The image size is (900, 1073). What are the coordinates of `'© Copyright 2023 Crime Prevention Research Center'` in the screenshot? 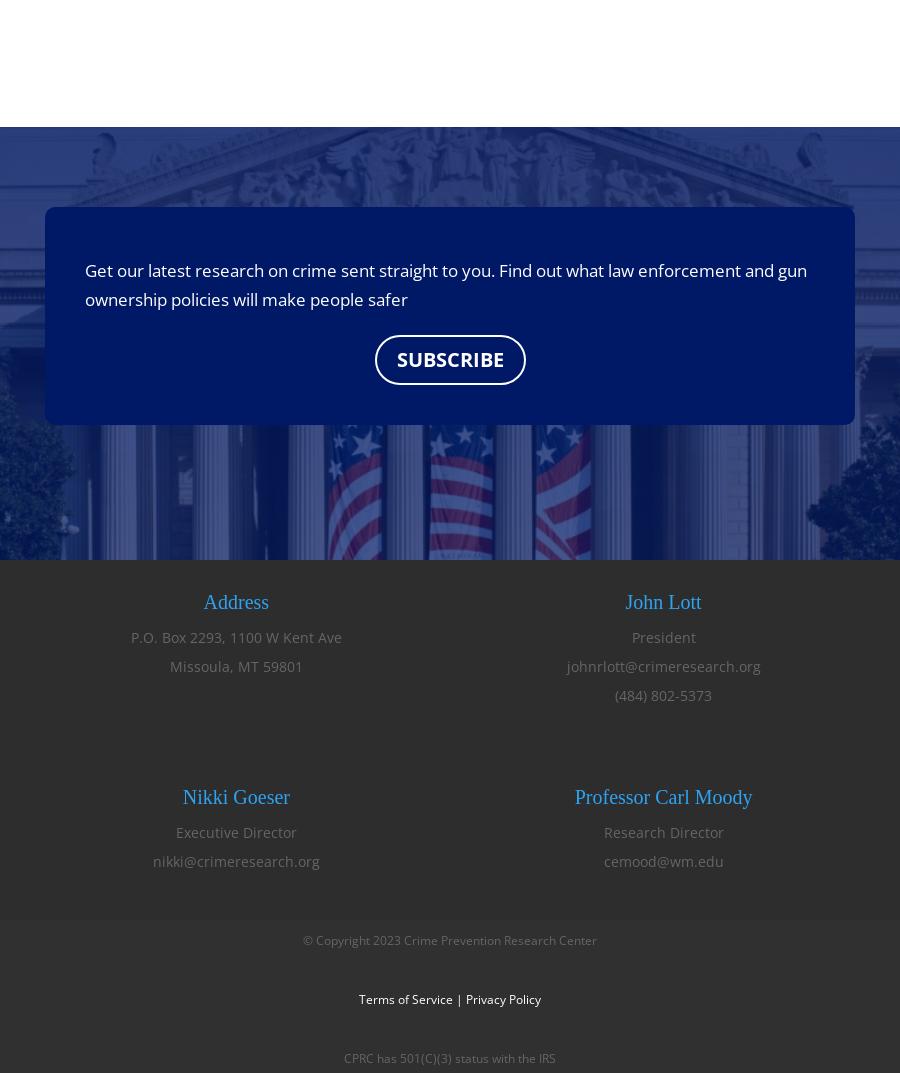 It's located at (450, 940).